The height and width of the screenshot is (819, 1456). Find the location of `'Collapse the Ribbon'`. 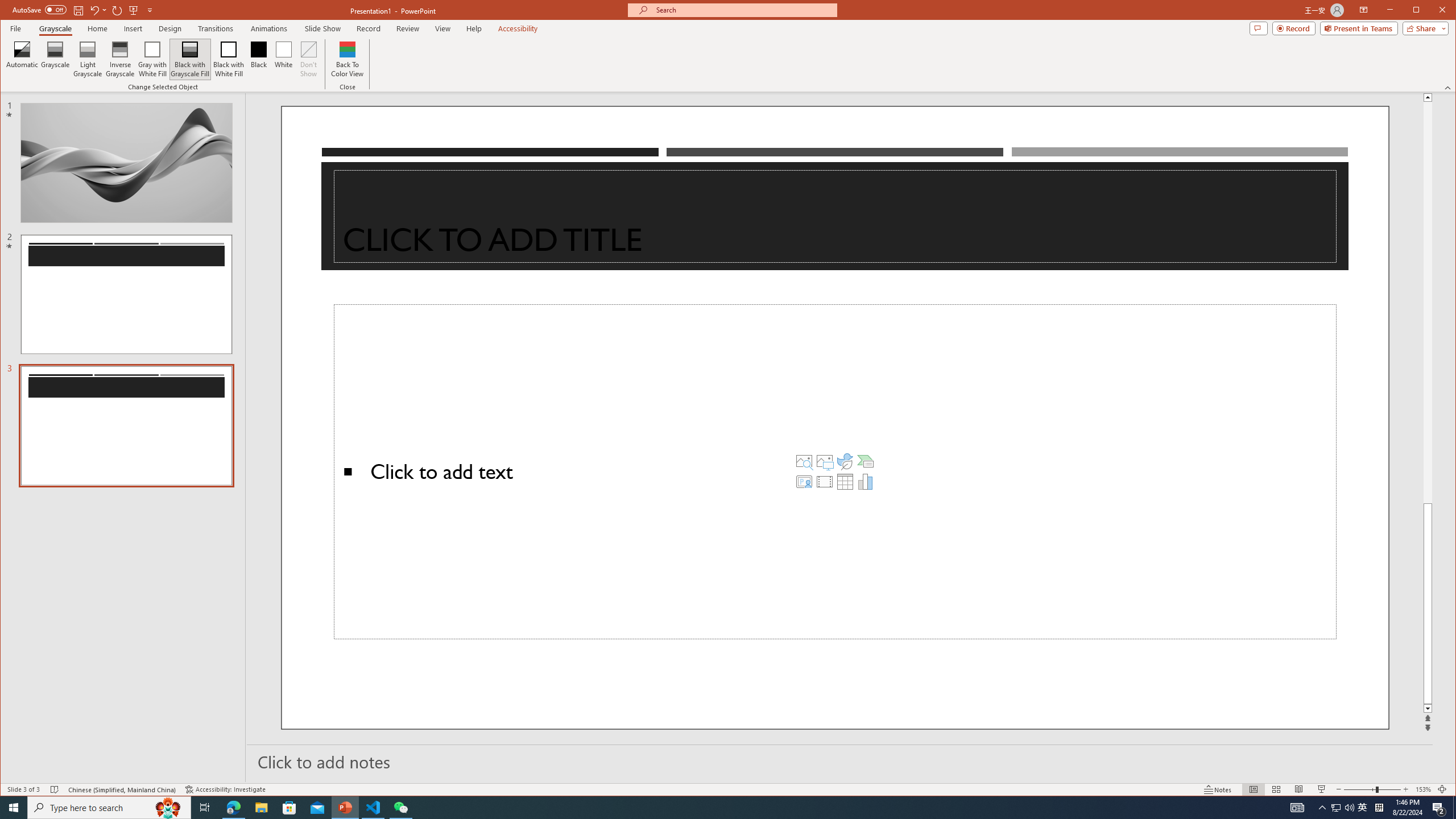

'Collapse the Ribbon' is located at coordinates (1449, 87).